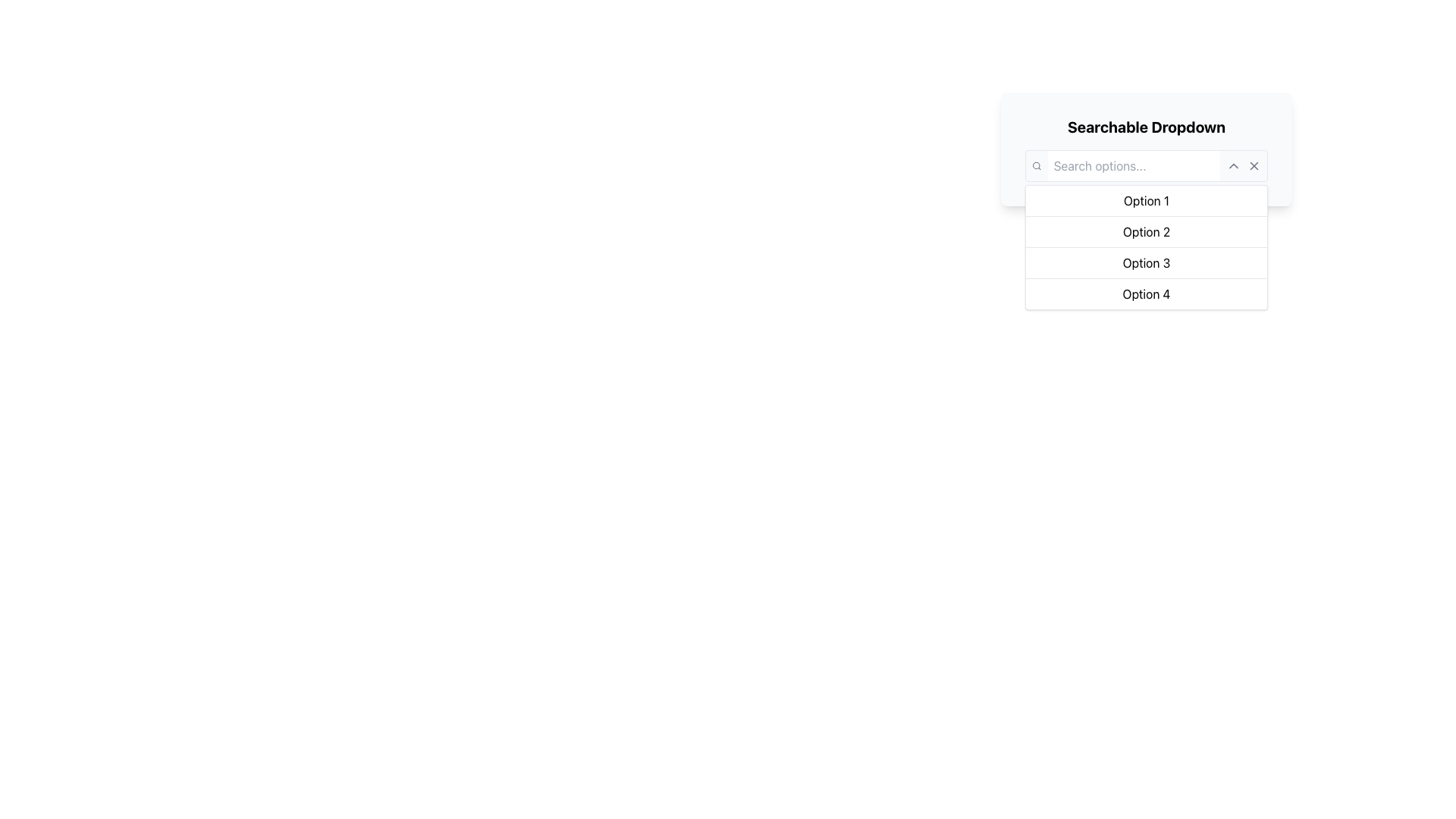  Describe the element at coordinates (1234, 166) in the screenshot. I see `the toggle button for the dropdown menu located to the right of the text input field and to the left of the close icon` at that location.